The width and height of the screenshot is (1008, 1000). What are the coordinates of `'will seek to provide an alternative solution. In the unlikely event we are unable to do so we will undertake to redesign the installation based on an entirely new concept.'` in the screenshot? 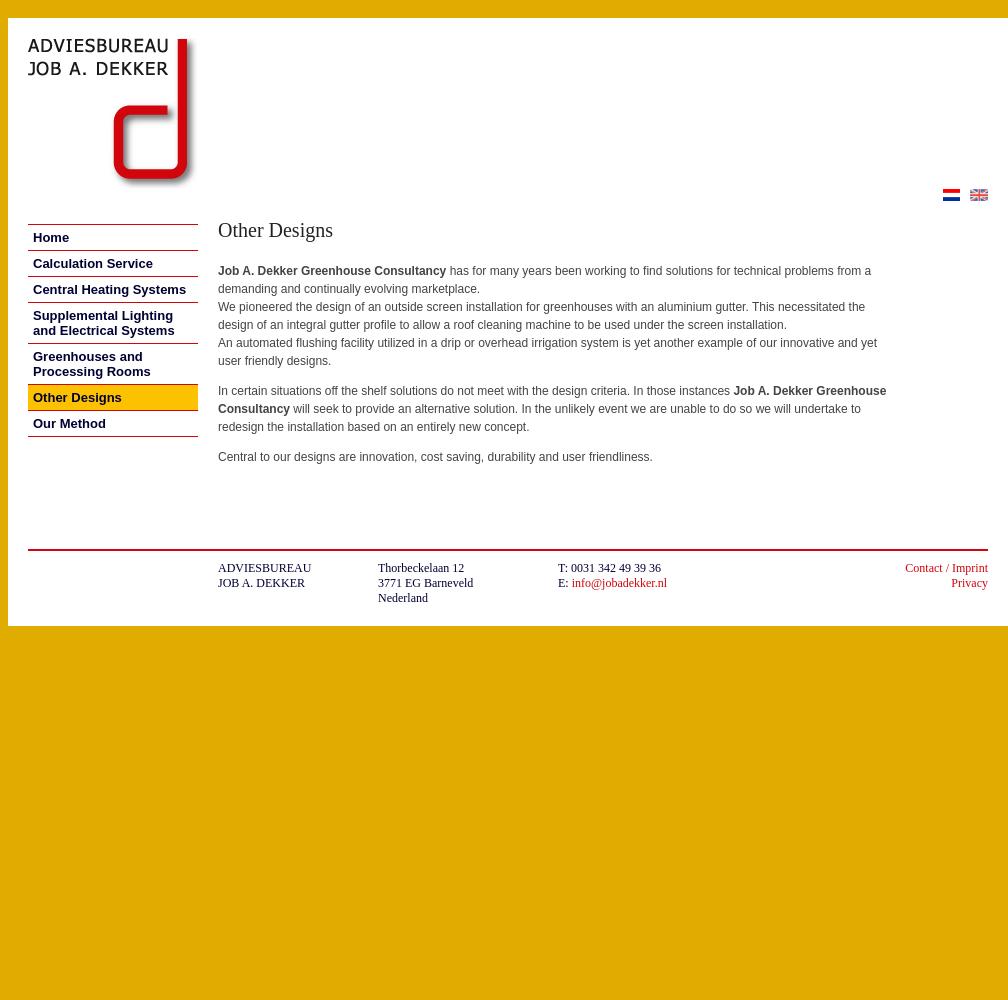 It's located at (218, 418).